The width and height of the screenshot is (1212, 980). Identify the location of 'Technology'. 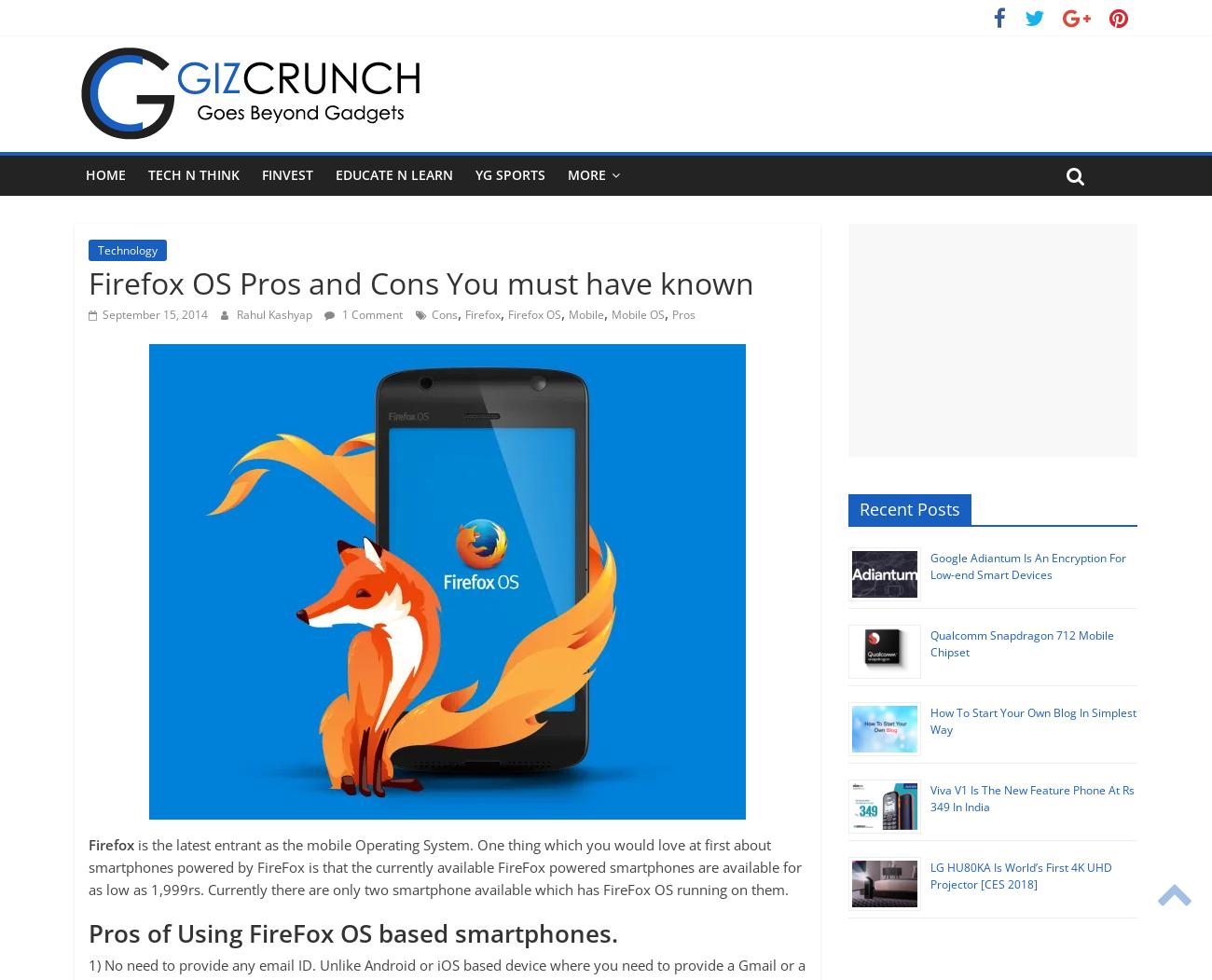
(127, 249).